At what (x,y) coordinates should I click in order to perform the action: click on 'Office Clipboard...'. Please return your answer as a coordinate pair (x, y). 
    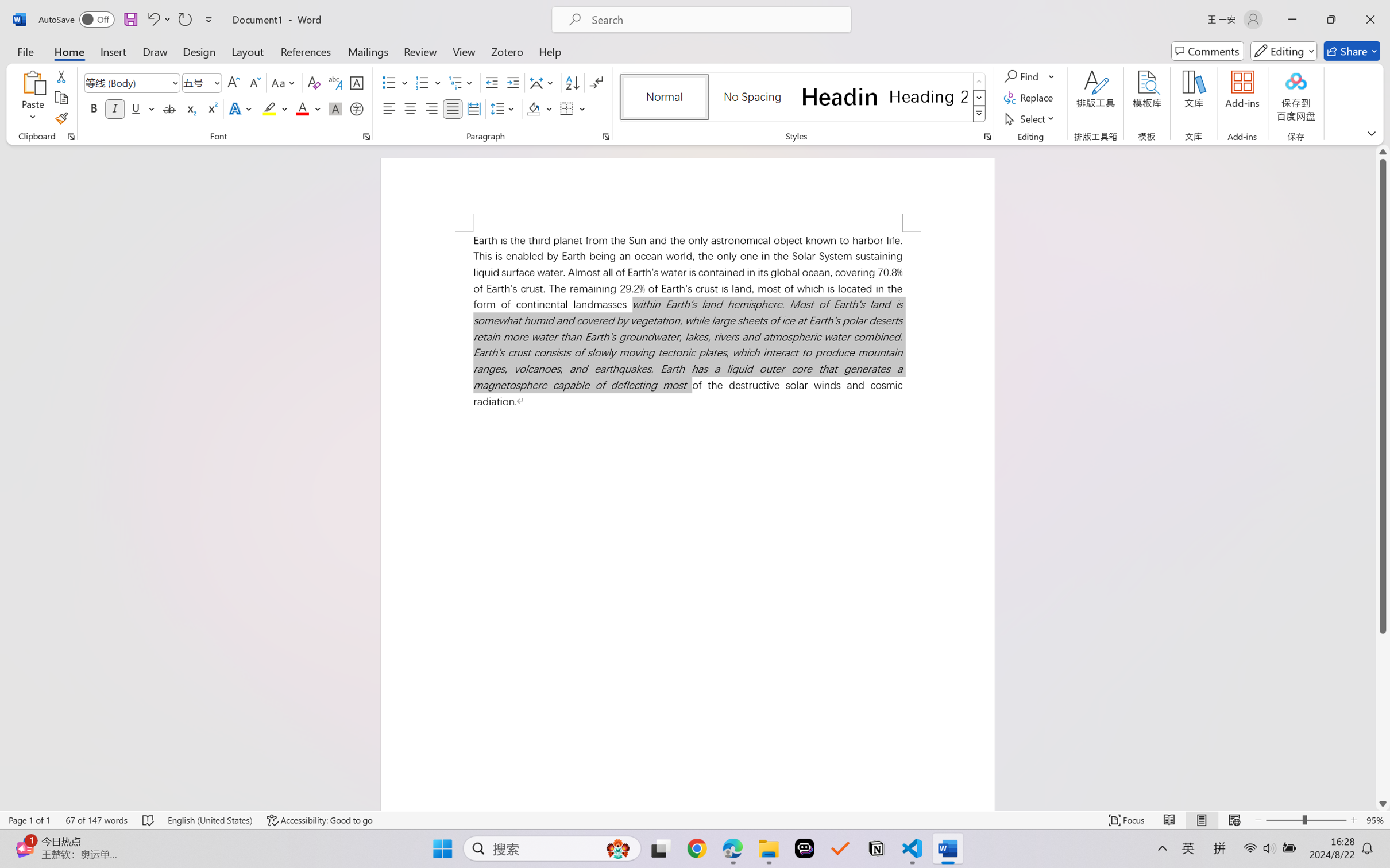
    Looking at the image, I should click on (70, 136).